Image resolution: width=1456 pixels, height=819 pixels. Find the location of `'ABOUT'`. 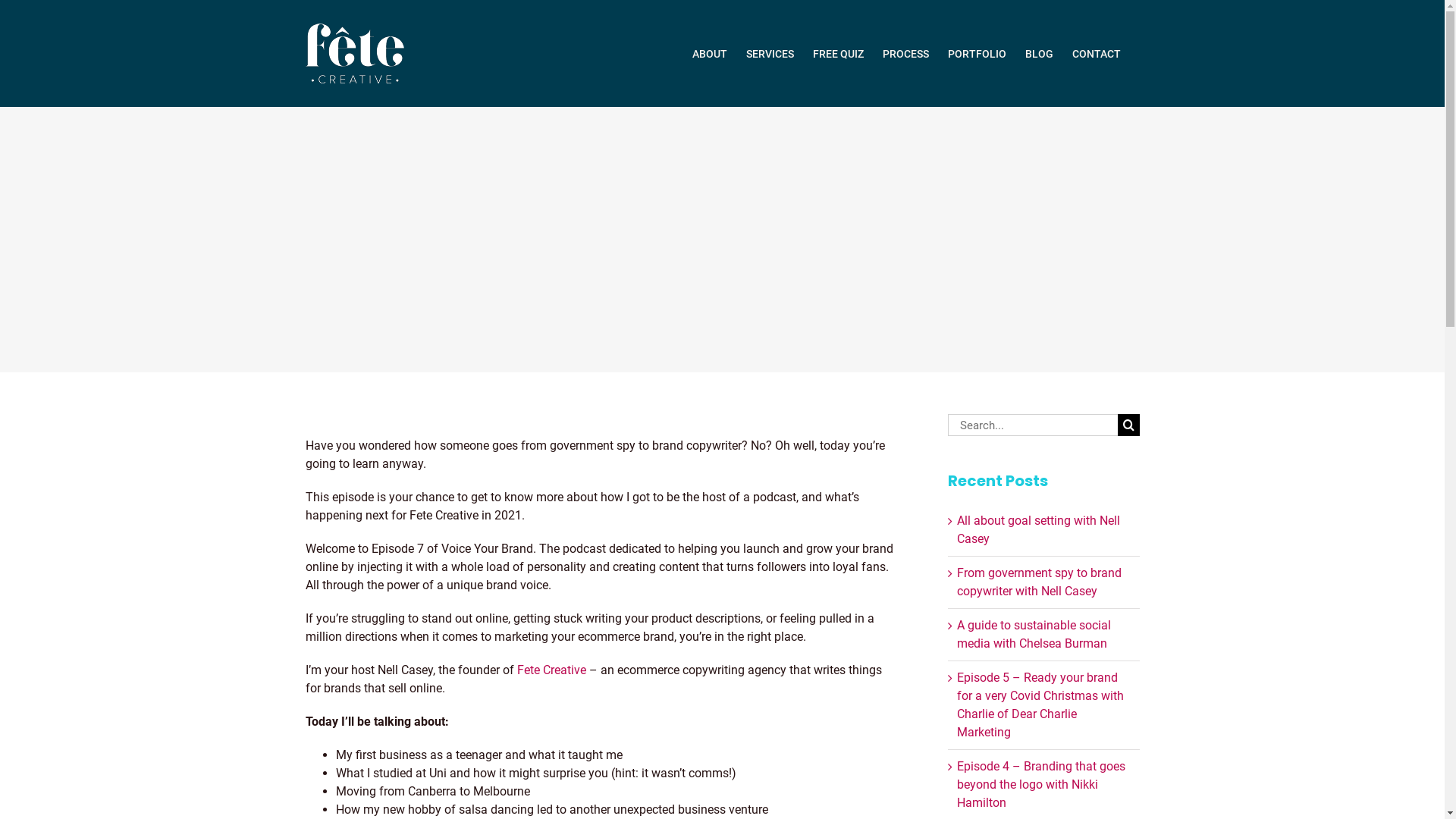

'ABOUT' is located at coordinates (708, 52).